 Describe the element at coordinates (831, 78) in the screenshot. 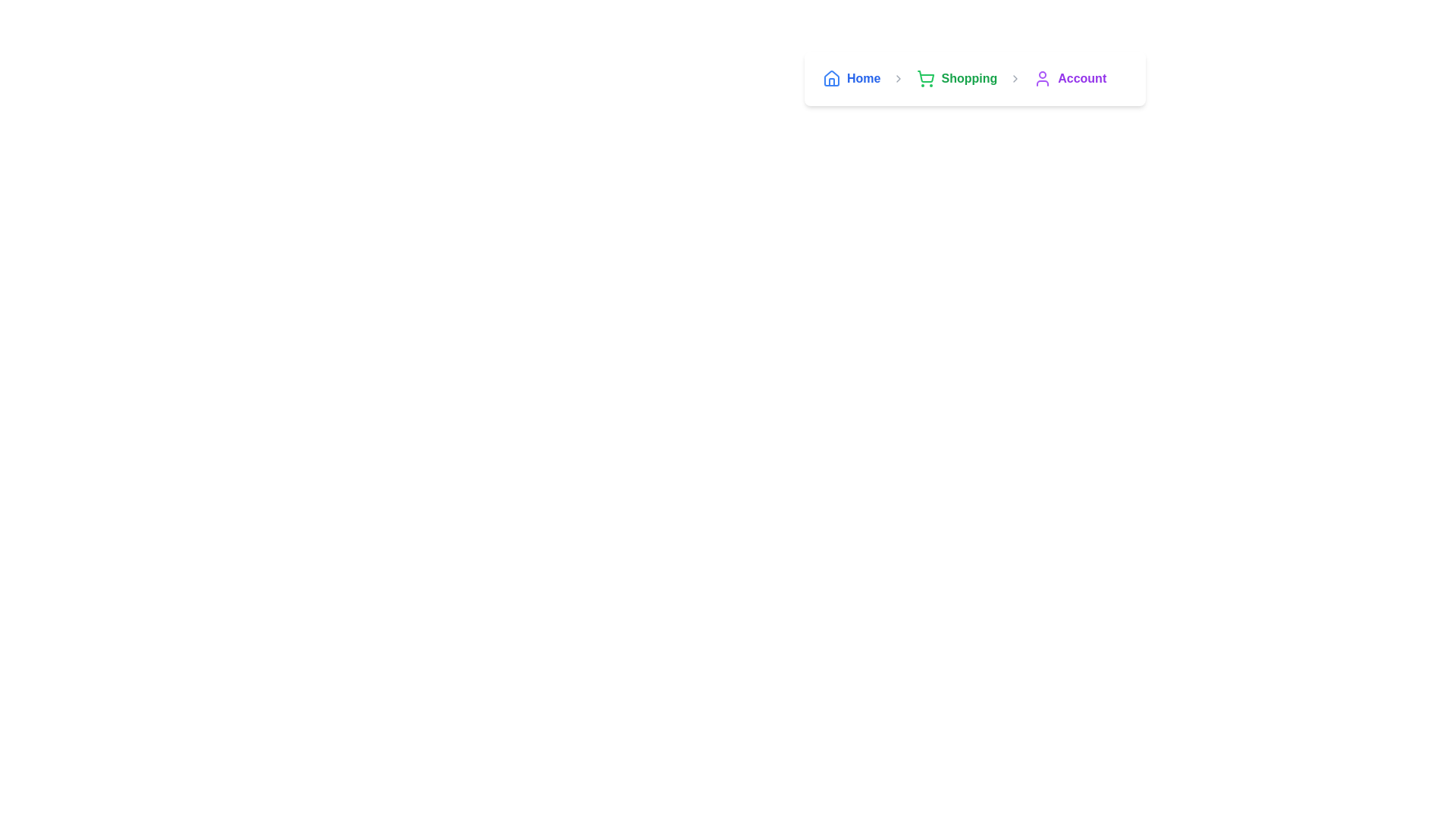

I see `the blue house icon located at the top-left of the user interface within the breadcrumb navigation` at that location.